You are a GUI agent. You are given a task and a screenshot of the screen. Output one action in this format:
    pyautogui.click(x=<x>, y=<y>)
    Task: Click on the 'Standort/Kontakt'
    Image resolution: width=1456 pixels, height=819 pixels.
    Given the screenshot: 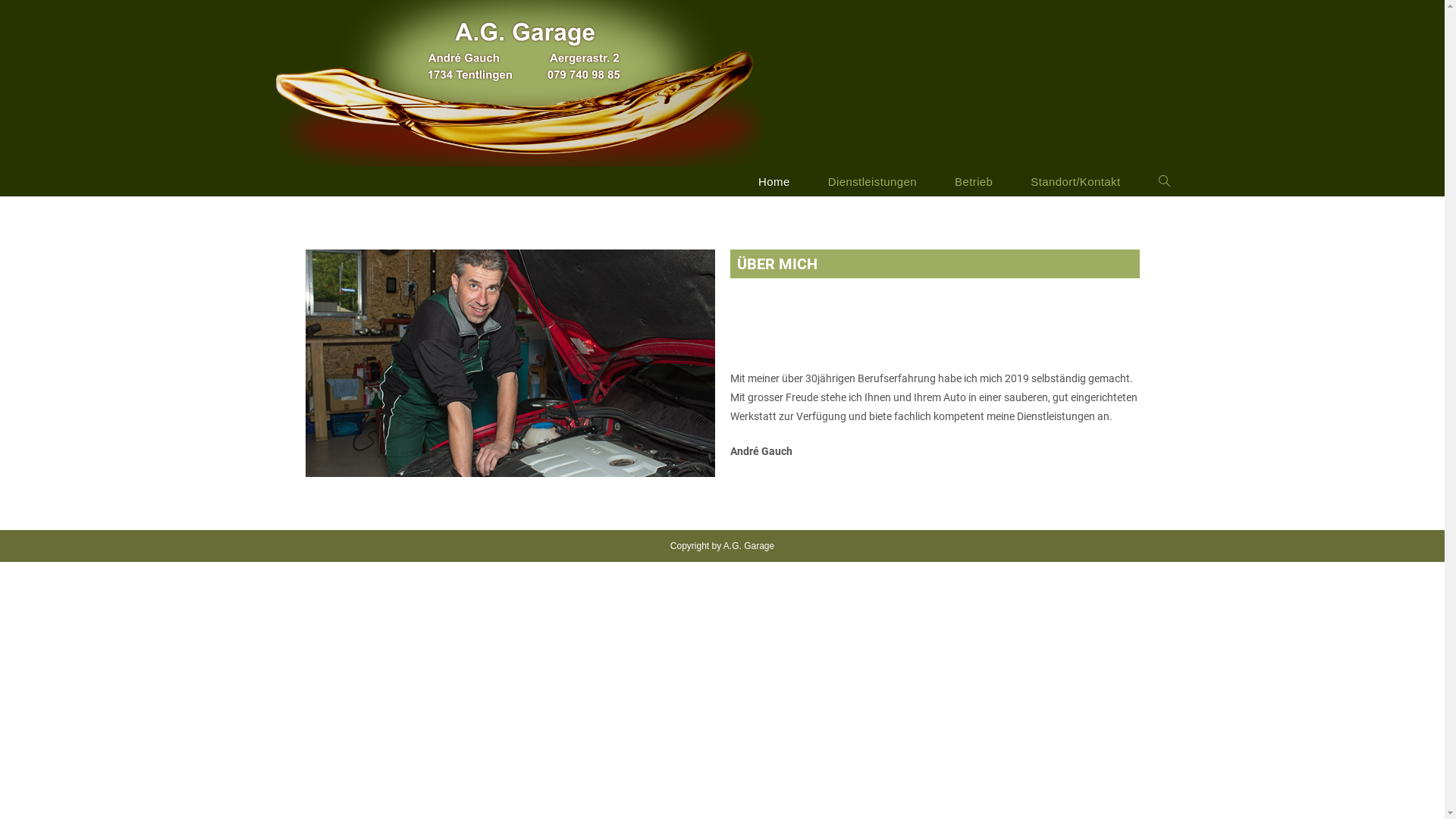 What is the action you would take?
    pyautogui.click(x=1074, y=180)
    